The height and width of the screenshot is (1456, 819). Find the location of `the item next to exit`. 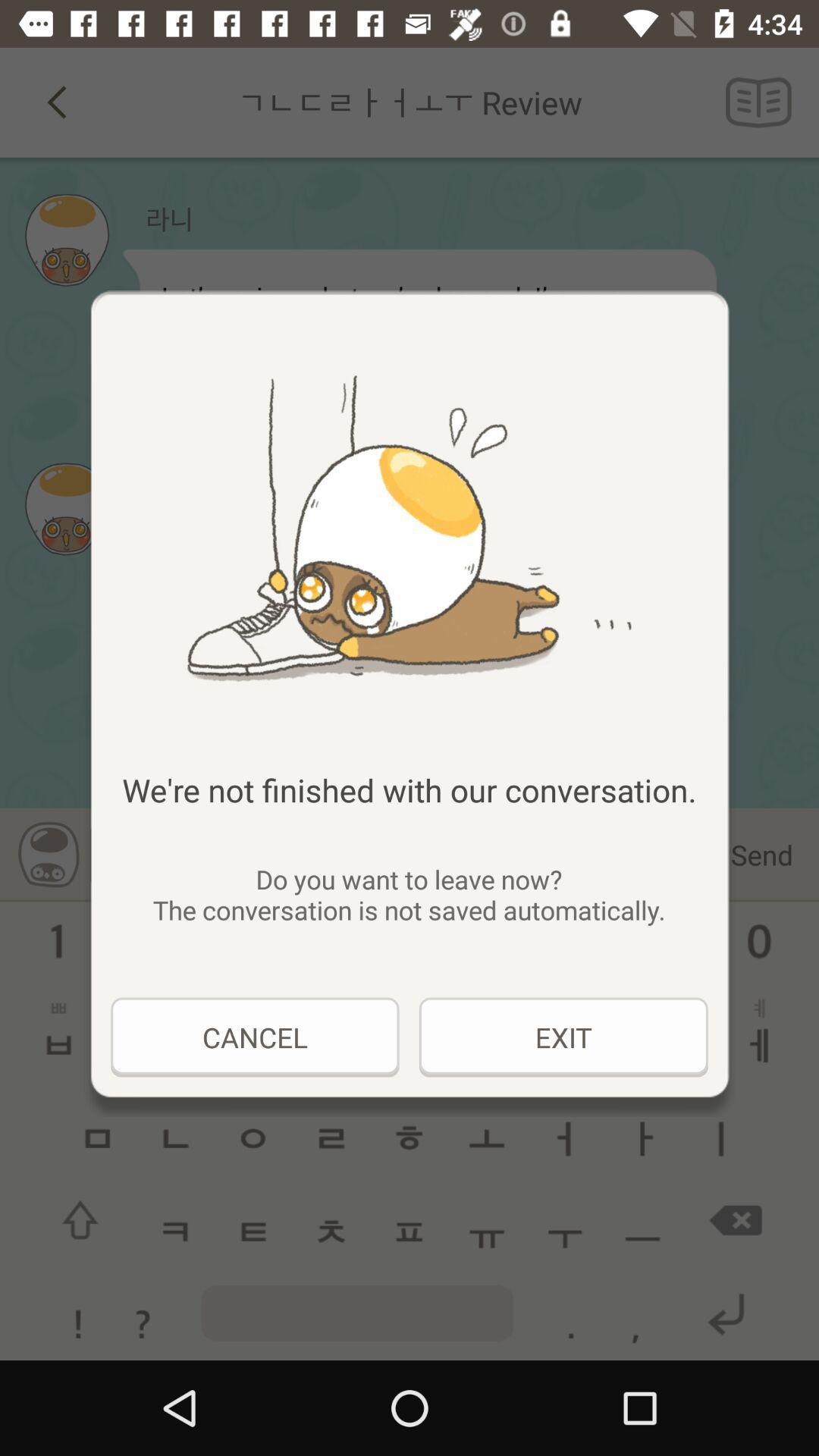

the item next to exit is located at coordinates (254, 1037).